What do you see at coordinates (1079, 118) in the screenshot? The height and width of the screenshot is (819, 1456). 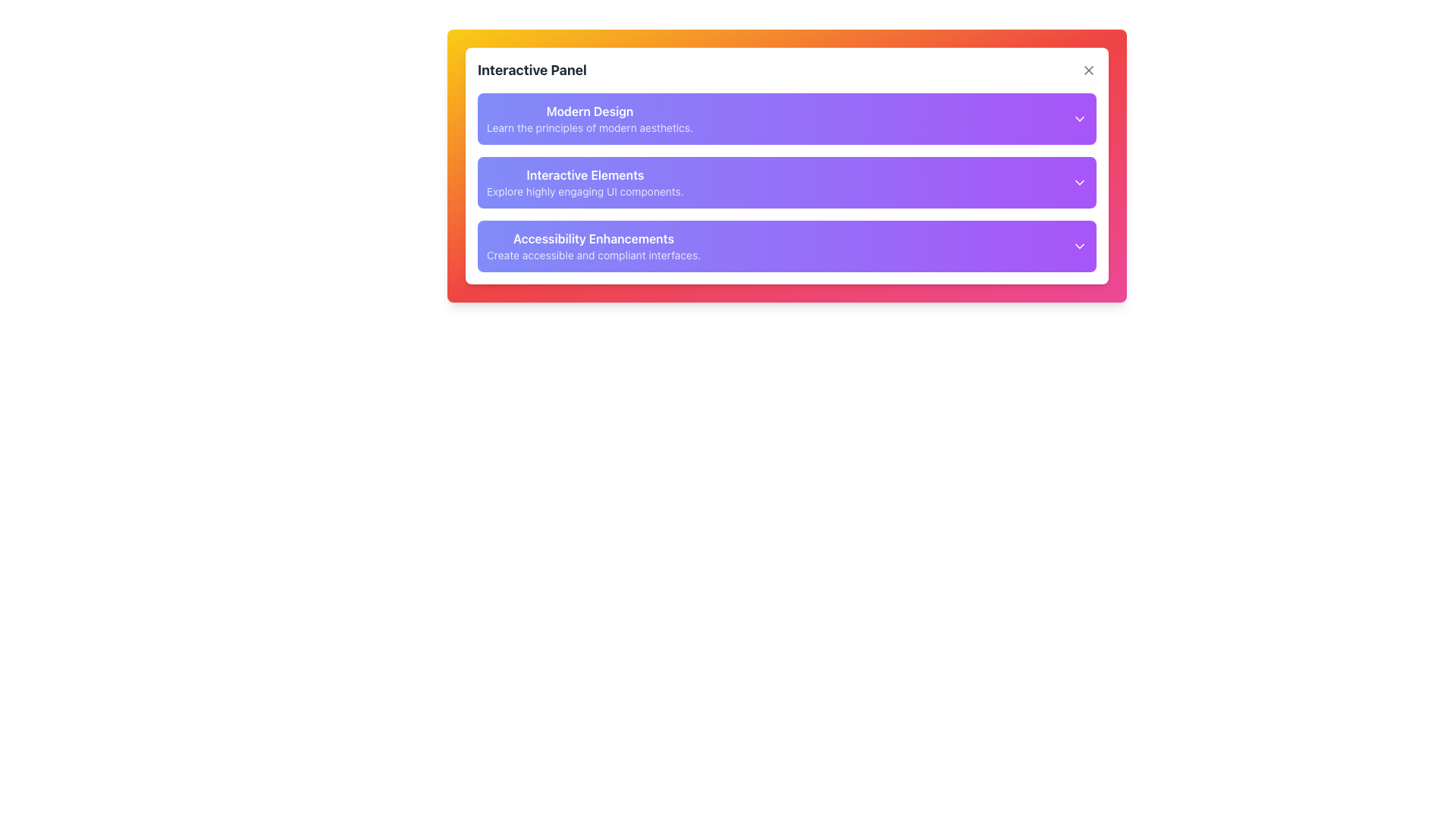 I see `the small triangular downward-facing arrow icon, which serves as a dropdown indicator in the 'Modern Design' section of the interface` at bounding box center [1079, 118].